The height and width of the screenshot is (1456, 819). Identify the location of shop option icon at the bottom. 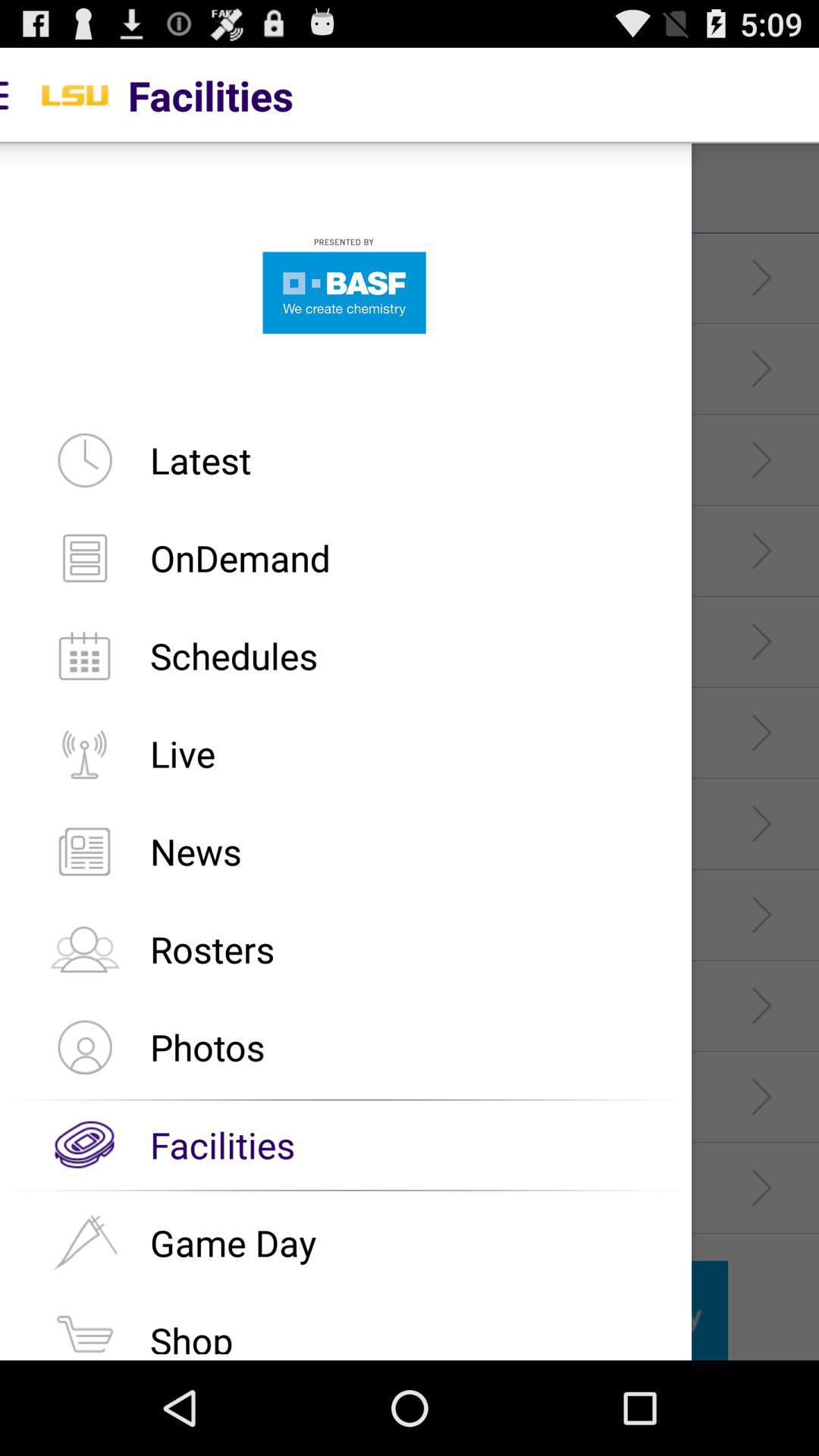
(84, 1329).